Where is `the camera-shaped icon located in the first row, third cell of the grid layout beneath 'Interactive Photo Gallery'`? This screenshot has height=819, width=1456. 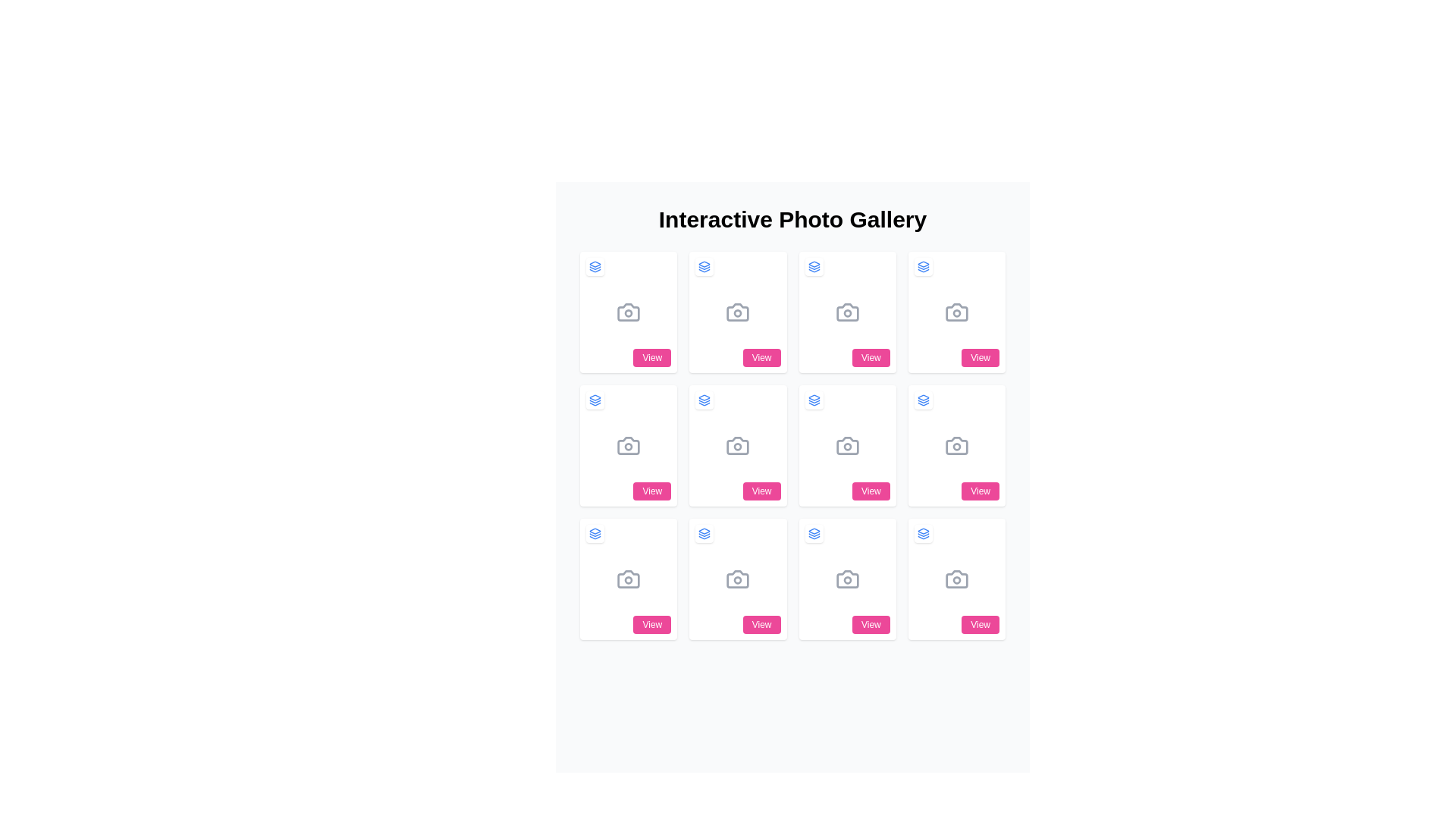 the camera-shaped icon located in the first row, third cell of the grid layout beneath 'Interactive Photo Gallery' is located at coordinates (846, 312).